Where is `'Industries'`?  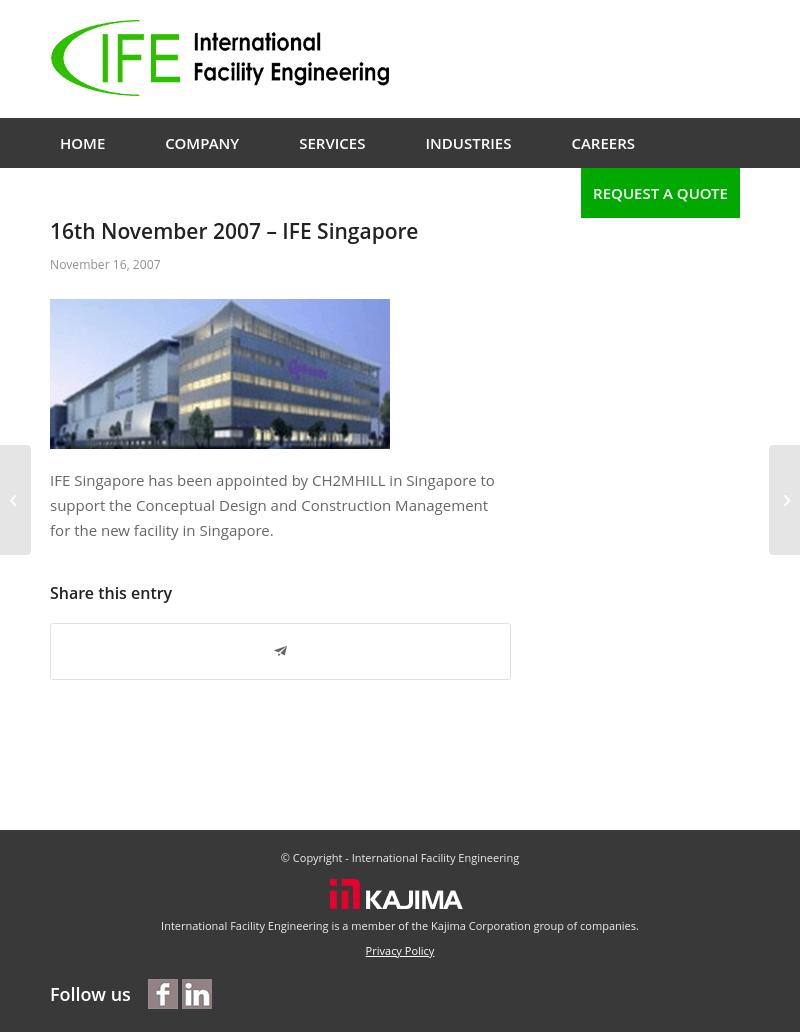 'Industries' is located at coordinates (468, 142).